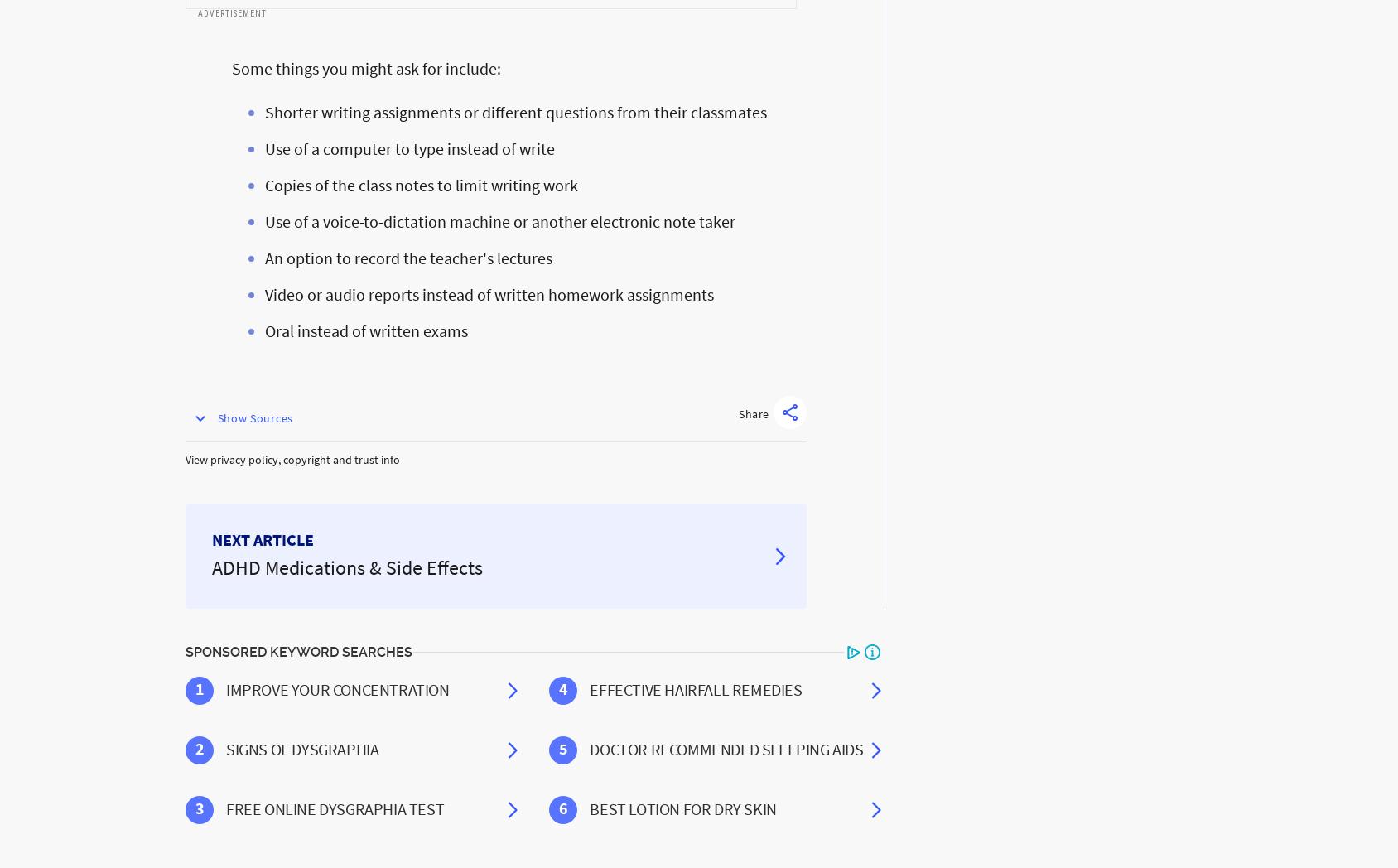 The image size is (1398, 868). Describe the element at coordinates (407, 258) in the screenshot. I see `'An option to record the teacher's lectures'` at that location.